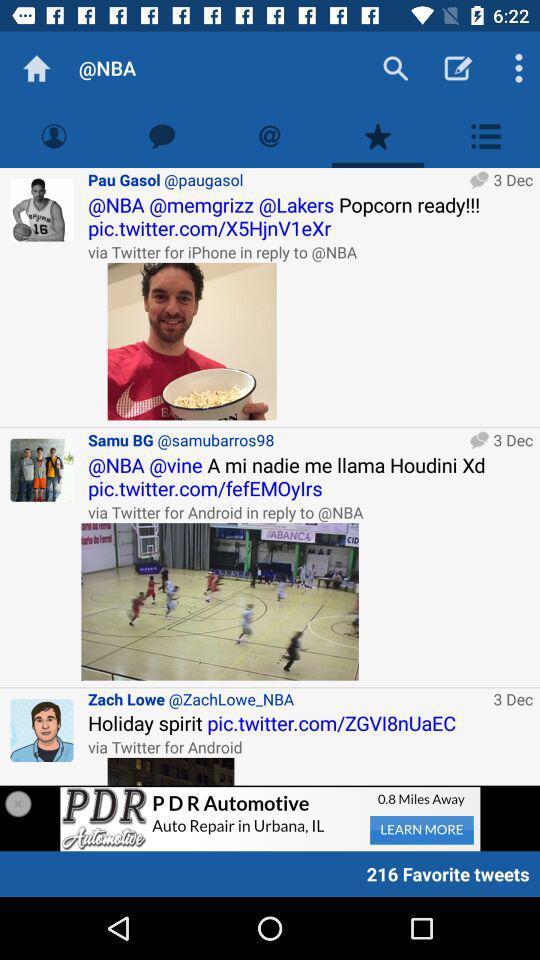 This screenshot has width=540, height=960. I want to click on the icon above the pau gasol @paugasol icon, so click(270, 135).